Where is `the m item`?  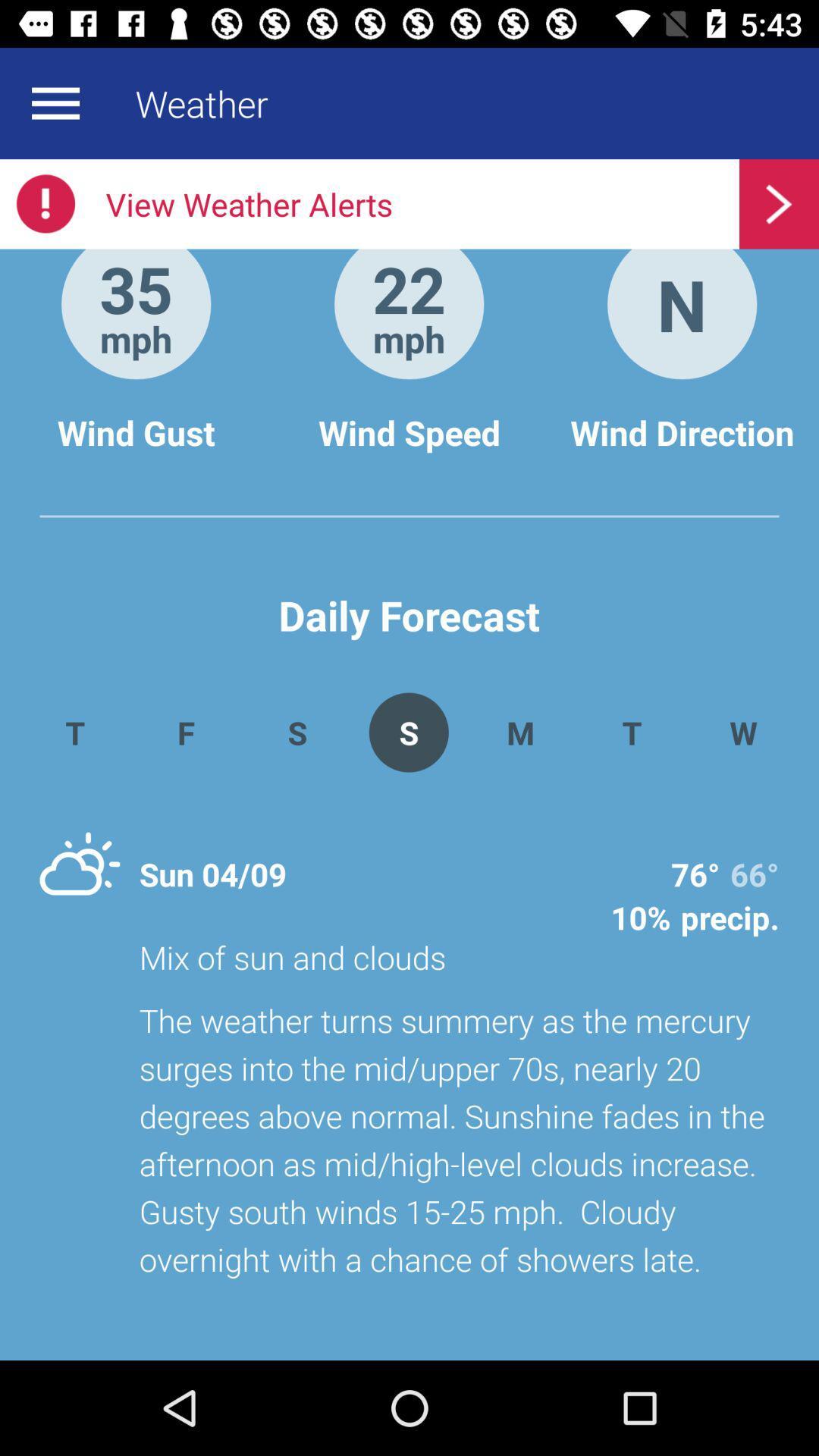 the m item is located at coordinates (519, 732).